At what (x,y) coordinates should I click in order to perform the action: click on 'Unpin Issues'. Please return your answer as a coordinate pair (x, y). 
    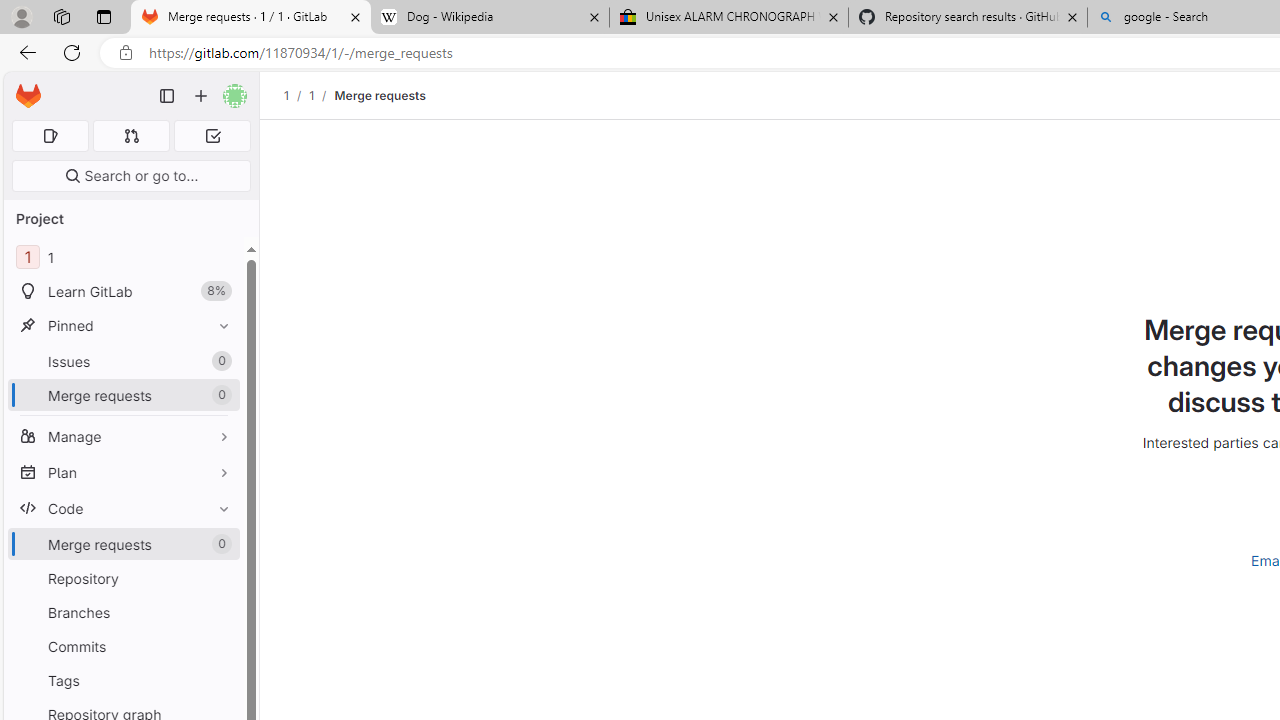
    Looking at the image, I should click on (219, 361).